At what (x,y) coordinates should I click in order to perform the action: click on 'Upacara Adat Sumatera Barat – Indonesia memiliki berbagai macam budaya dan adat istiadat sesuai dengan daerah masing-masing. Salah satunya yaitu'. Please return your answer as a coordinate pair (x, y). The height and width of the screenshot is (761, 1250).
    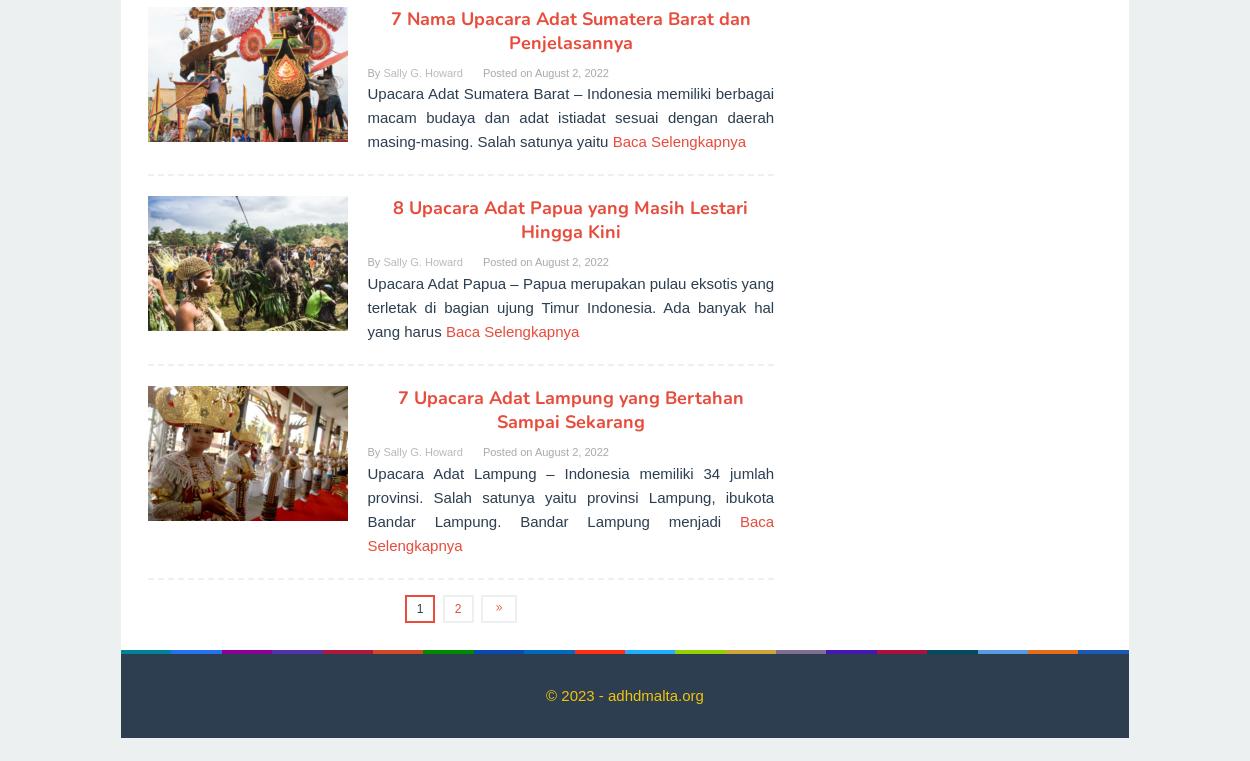
    Looking at the image, I should click on (569, 117).